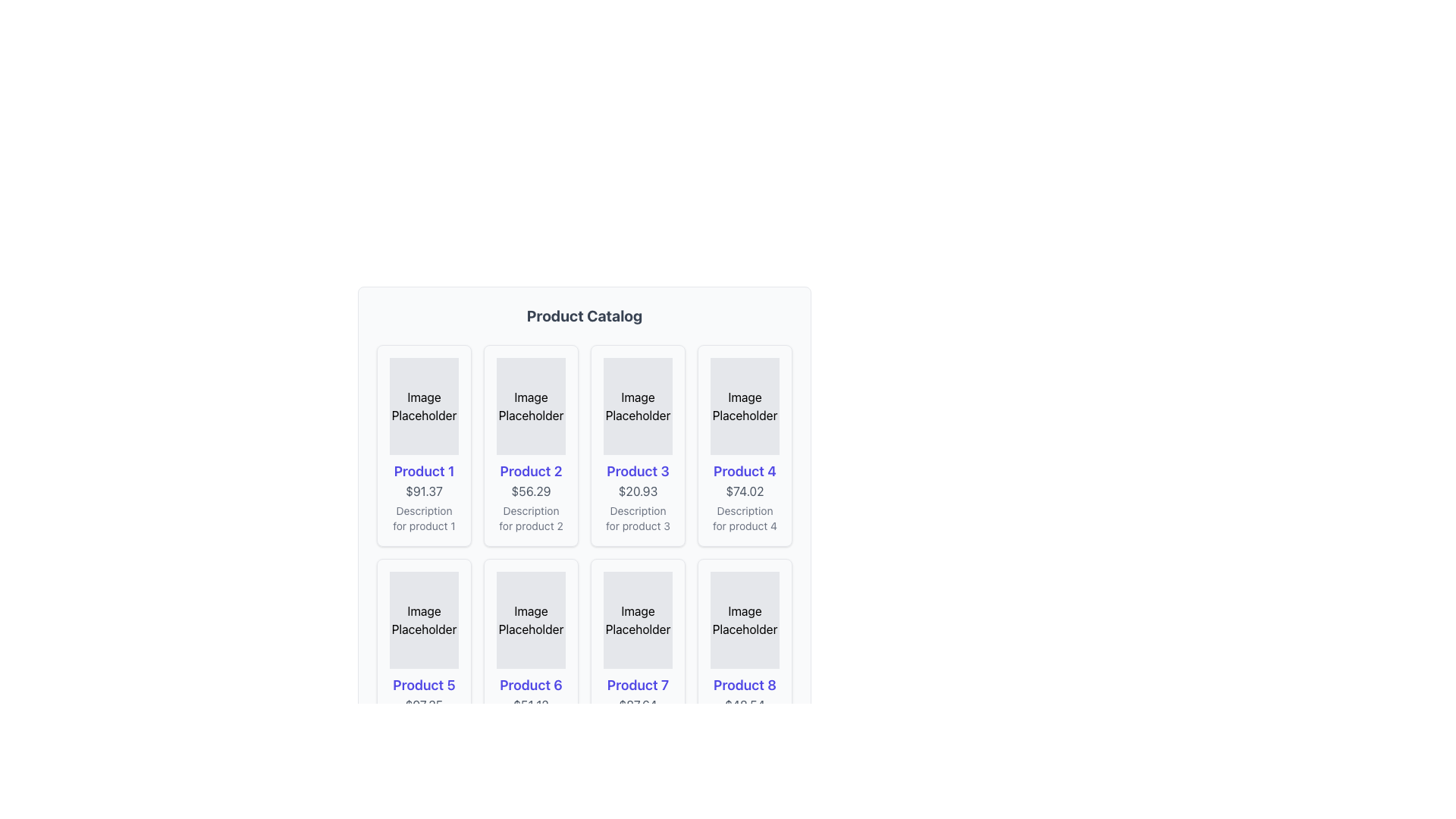  Describe the element at coordinates (638, 406) in the screenshot. I see `the 'Image Placeholder' for 'Product 3', which is a rectangular box with centered text, located in the first row, third column of the product grid` at that location.